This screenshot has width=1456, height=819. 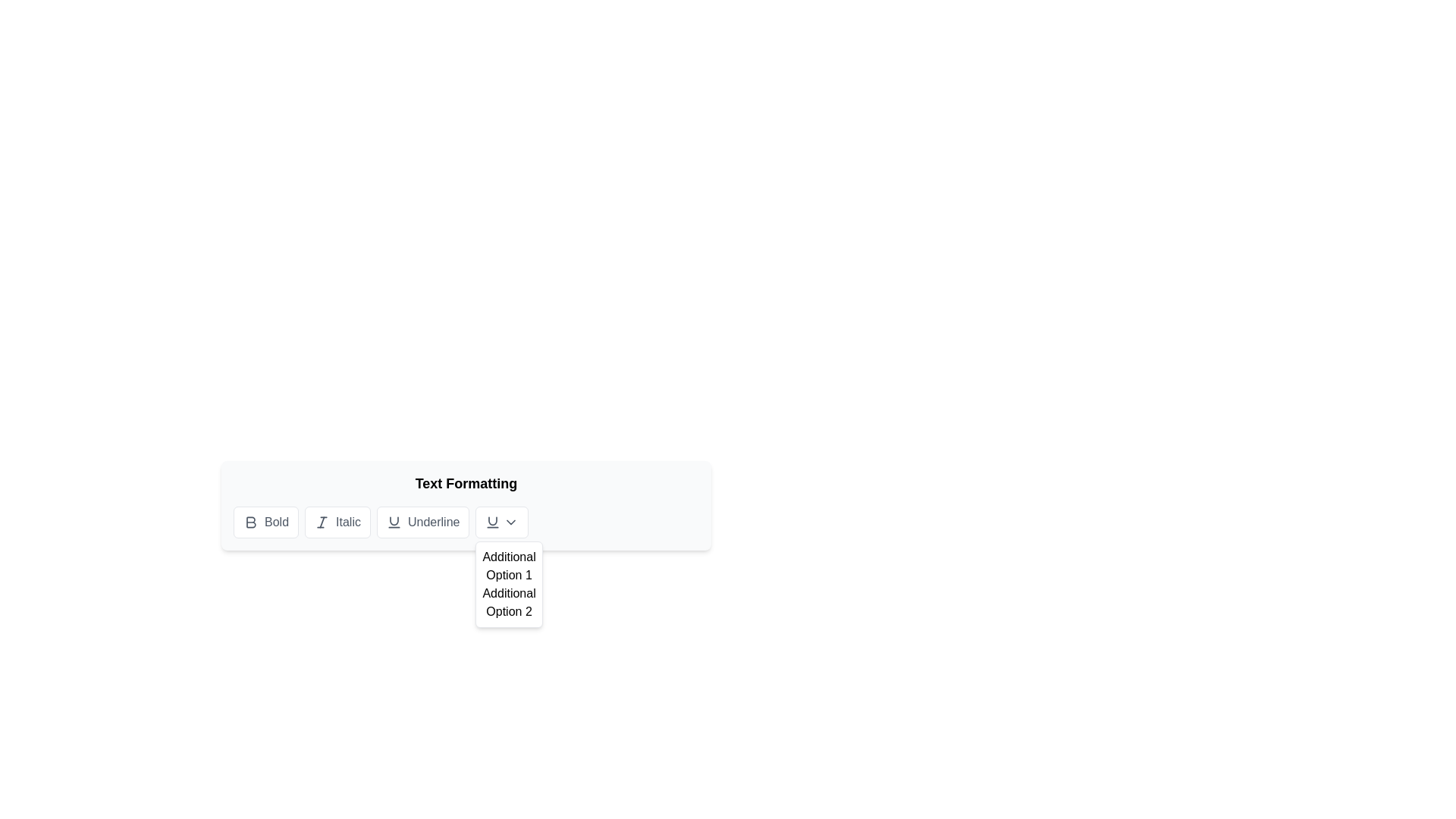 I want to click on the 'Underline' button, so click(x=394, y=522).